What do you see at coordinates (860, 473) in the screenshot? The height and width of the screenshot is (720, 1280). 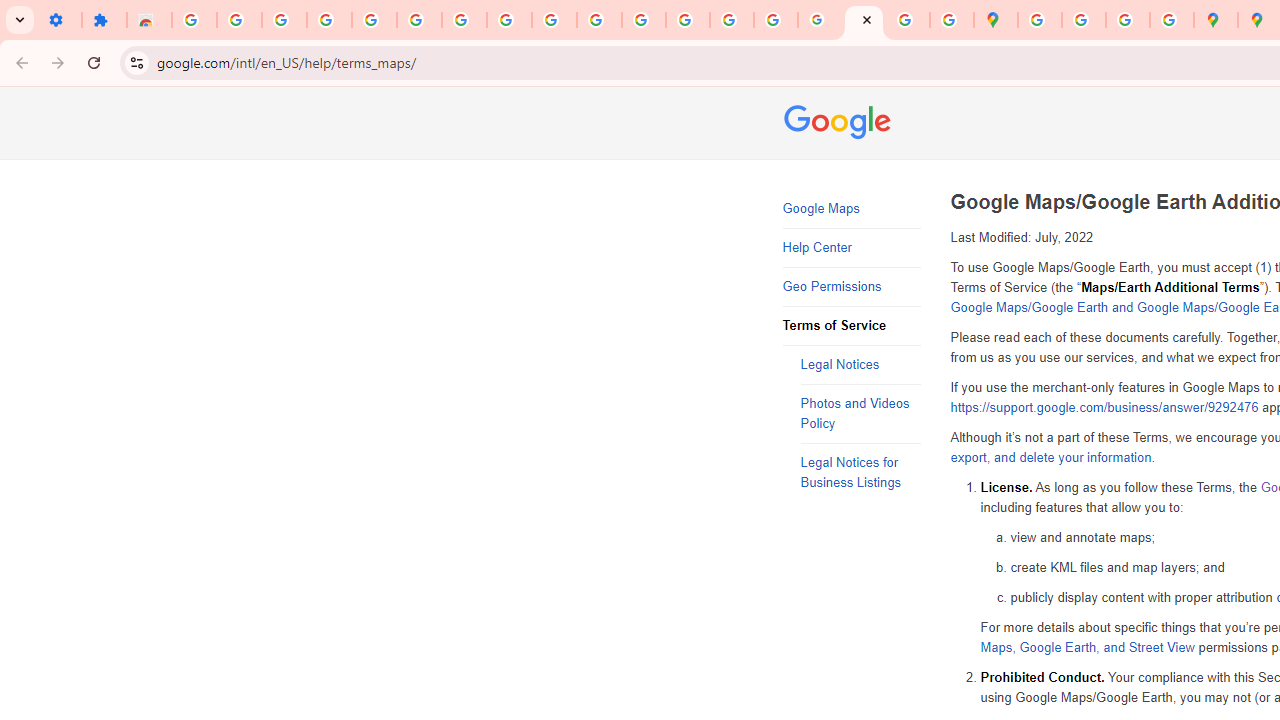 I see `'Legal Notices for Business Listings'` at bounding box center [860, 473].